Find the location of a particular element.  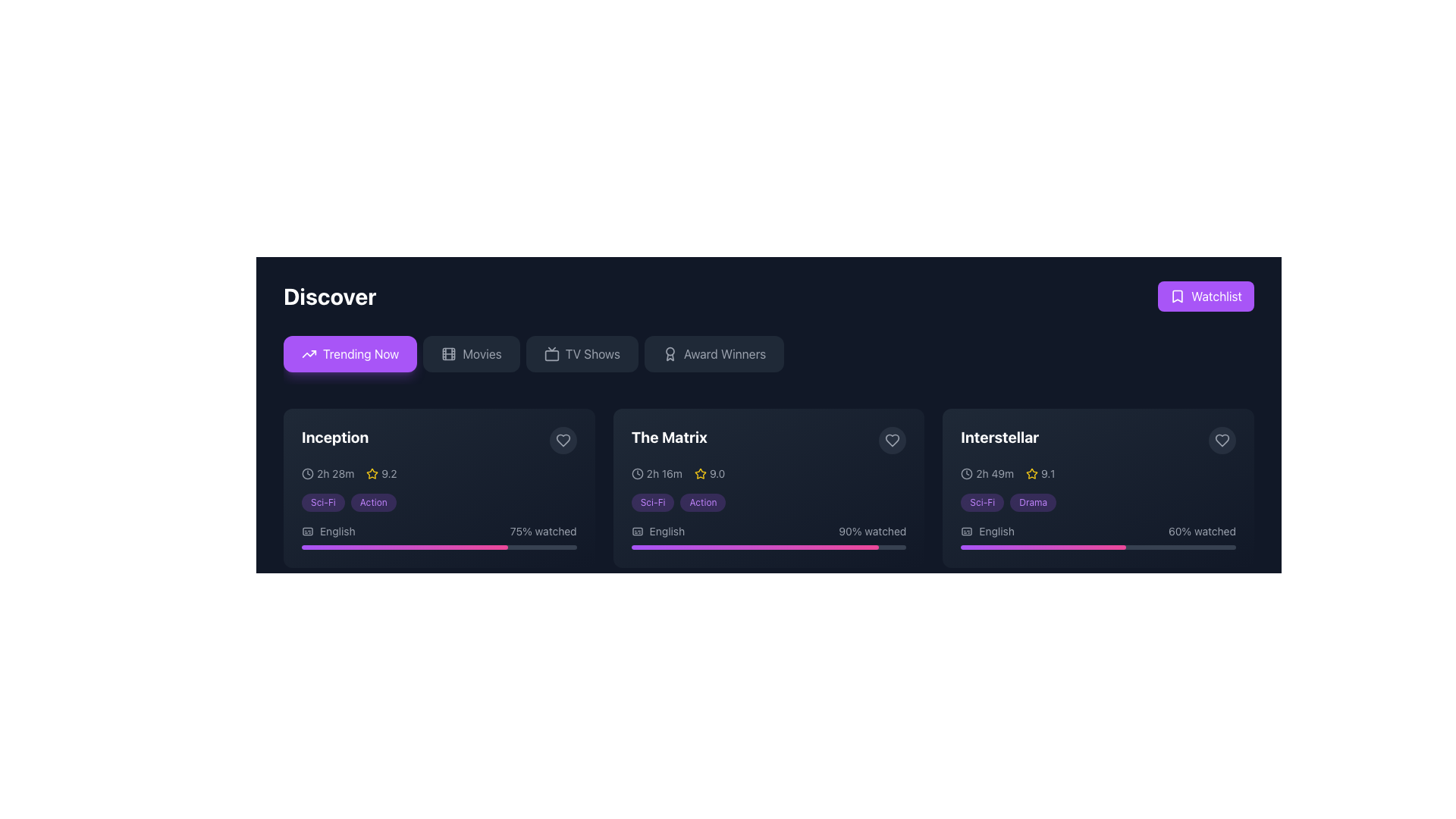

the favorite toggle button located in the top-right corner of the card labeled 'The Matrix' to observe the state change is located at coordinates (893, 441).